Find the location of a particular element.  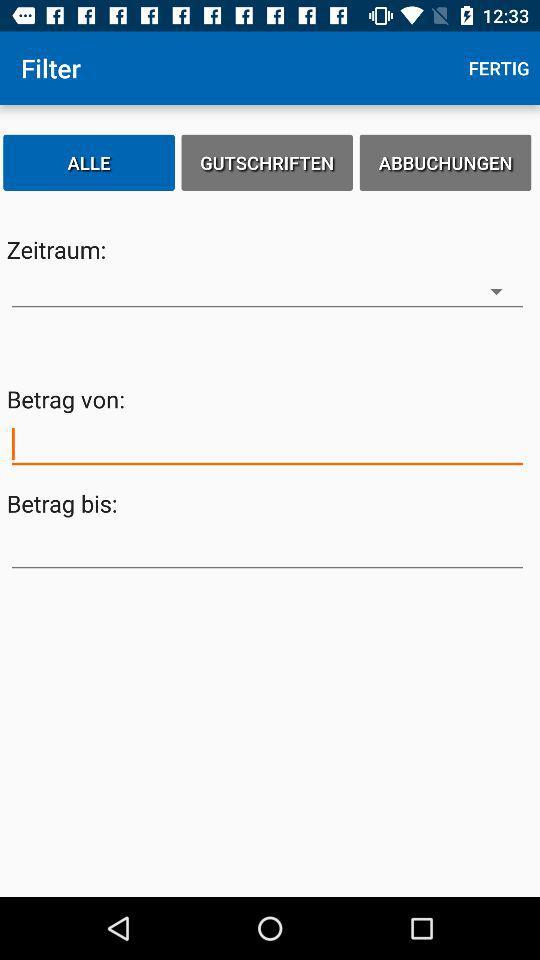

alle item is located at coordinates (88, 161).